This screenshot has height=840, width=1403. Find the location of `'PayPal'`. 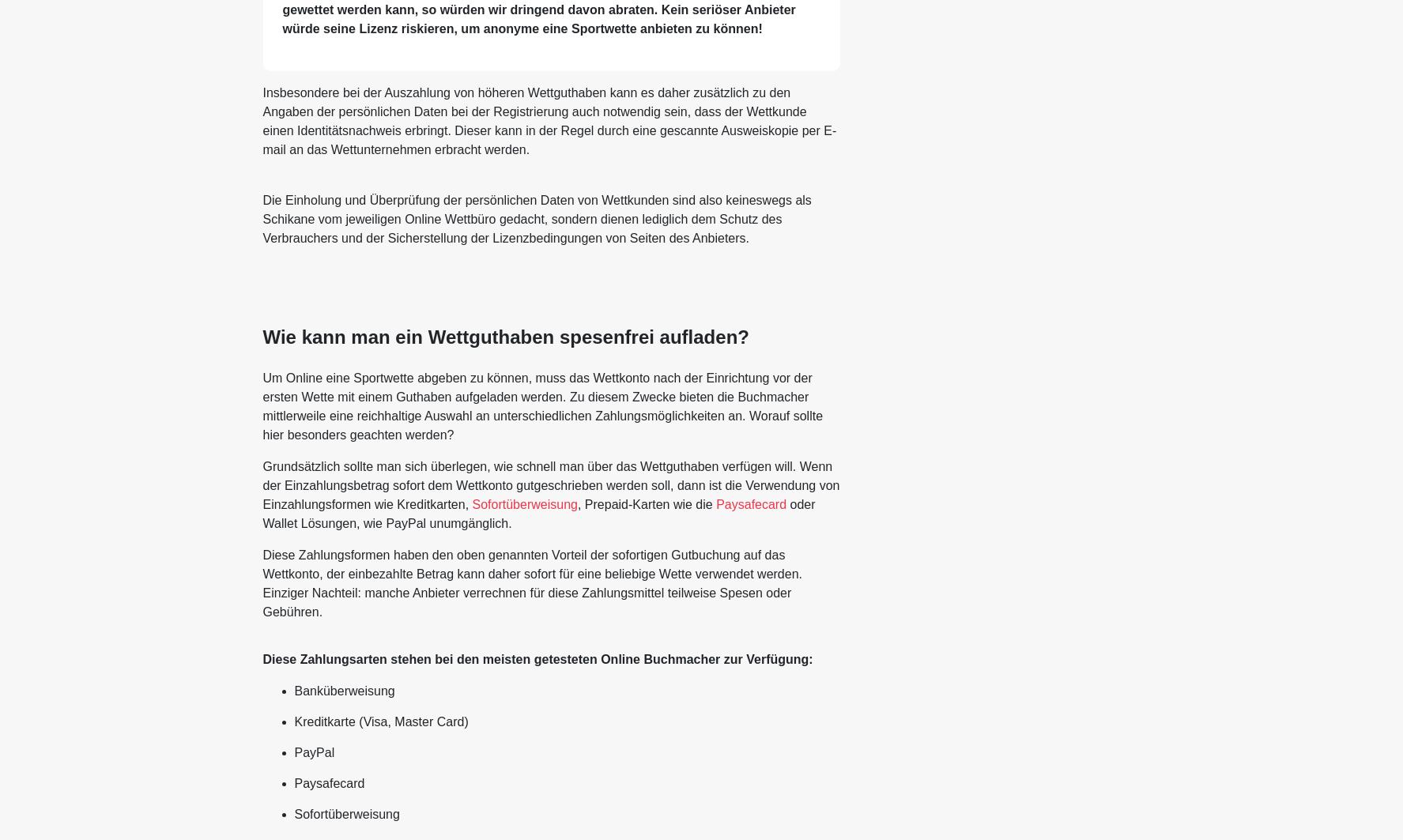

'PayPal' is located at coordinates (313, 751).